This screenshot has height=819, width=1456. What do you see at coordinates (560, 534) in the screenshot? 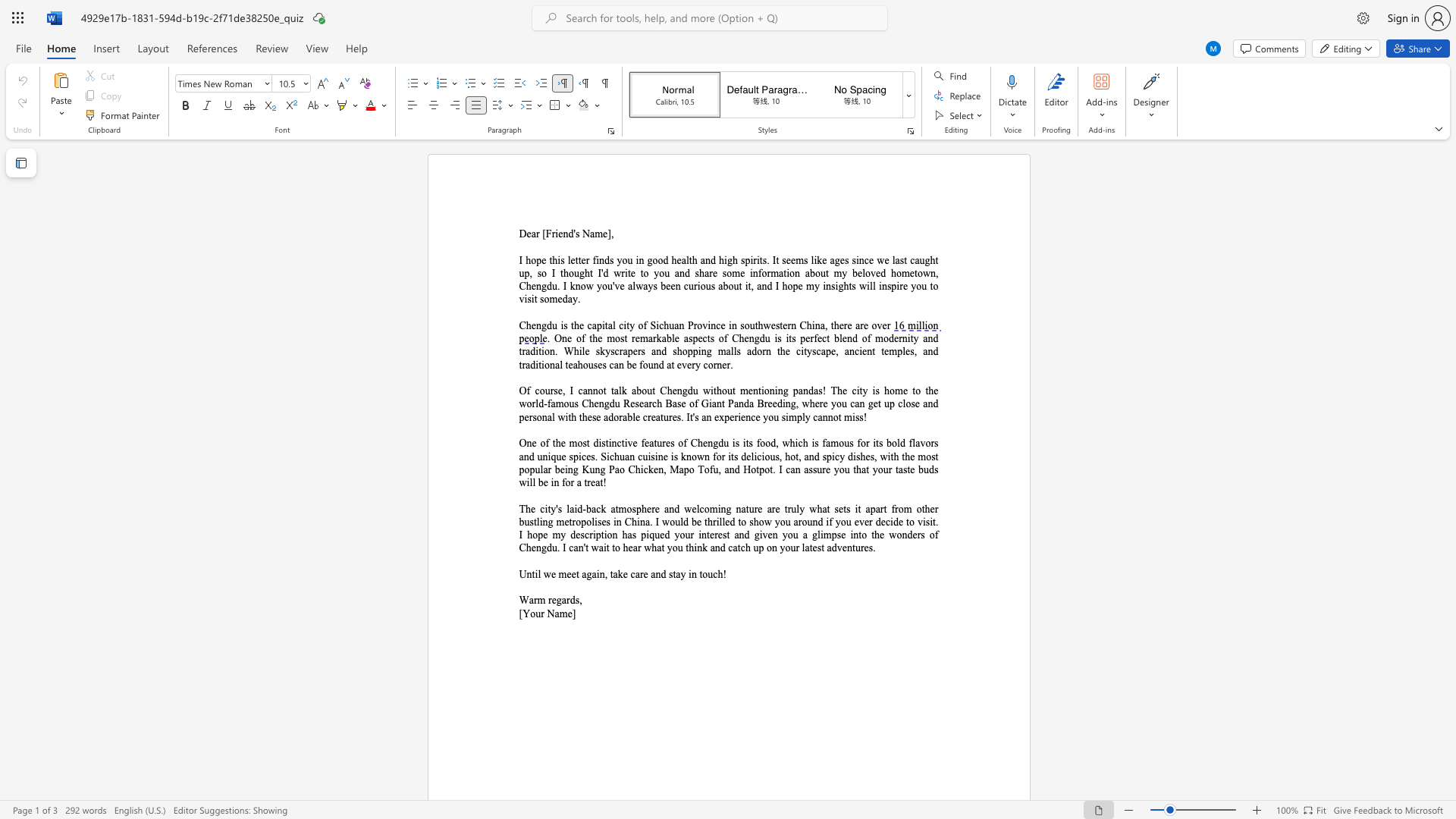
I see `the subset text "y description has piqued your interest and given you a glimpse into the wonde" within the text "The city"` at bounding box center [560, 534].